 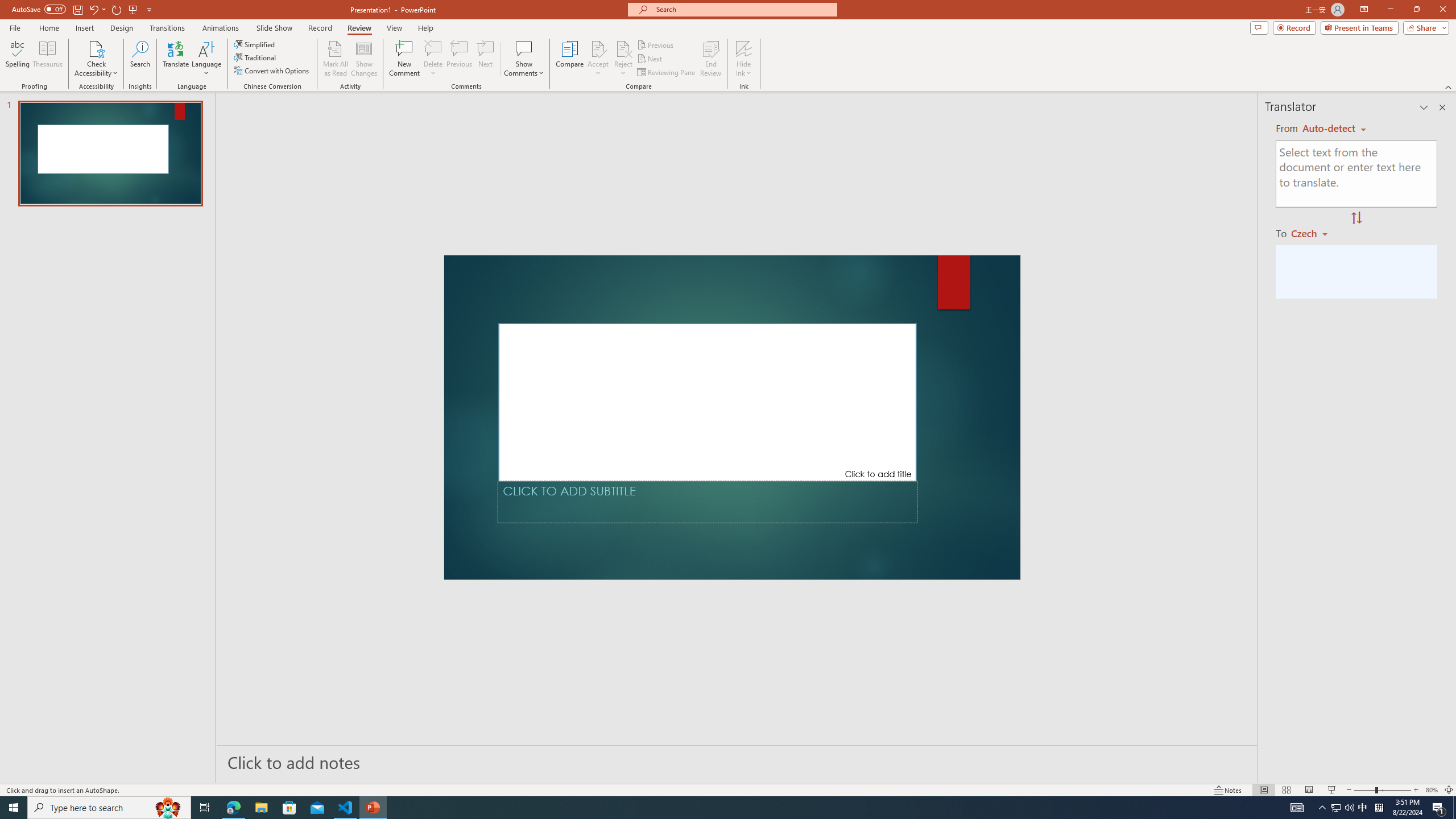 I want to click on 'Accept', so click(x=598, y=59).